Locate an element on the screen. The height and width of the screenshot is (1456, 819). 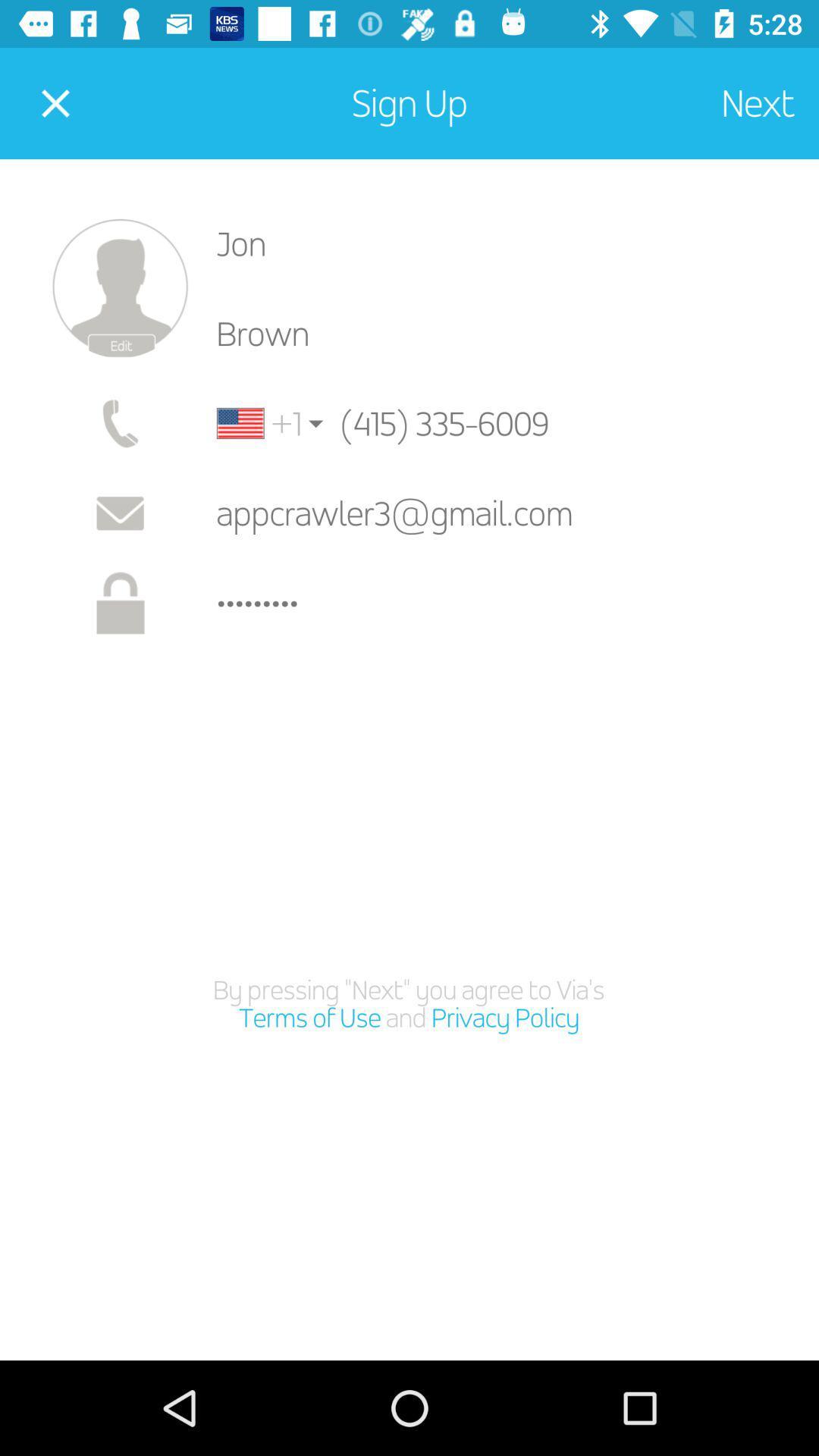
the icon above the crowd3116 icon is located at coordinates (506, 513).